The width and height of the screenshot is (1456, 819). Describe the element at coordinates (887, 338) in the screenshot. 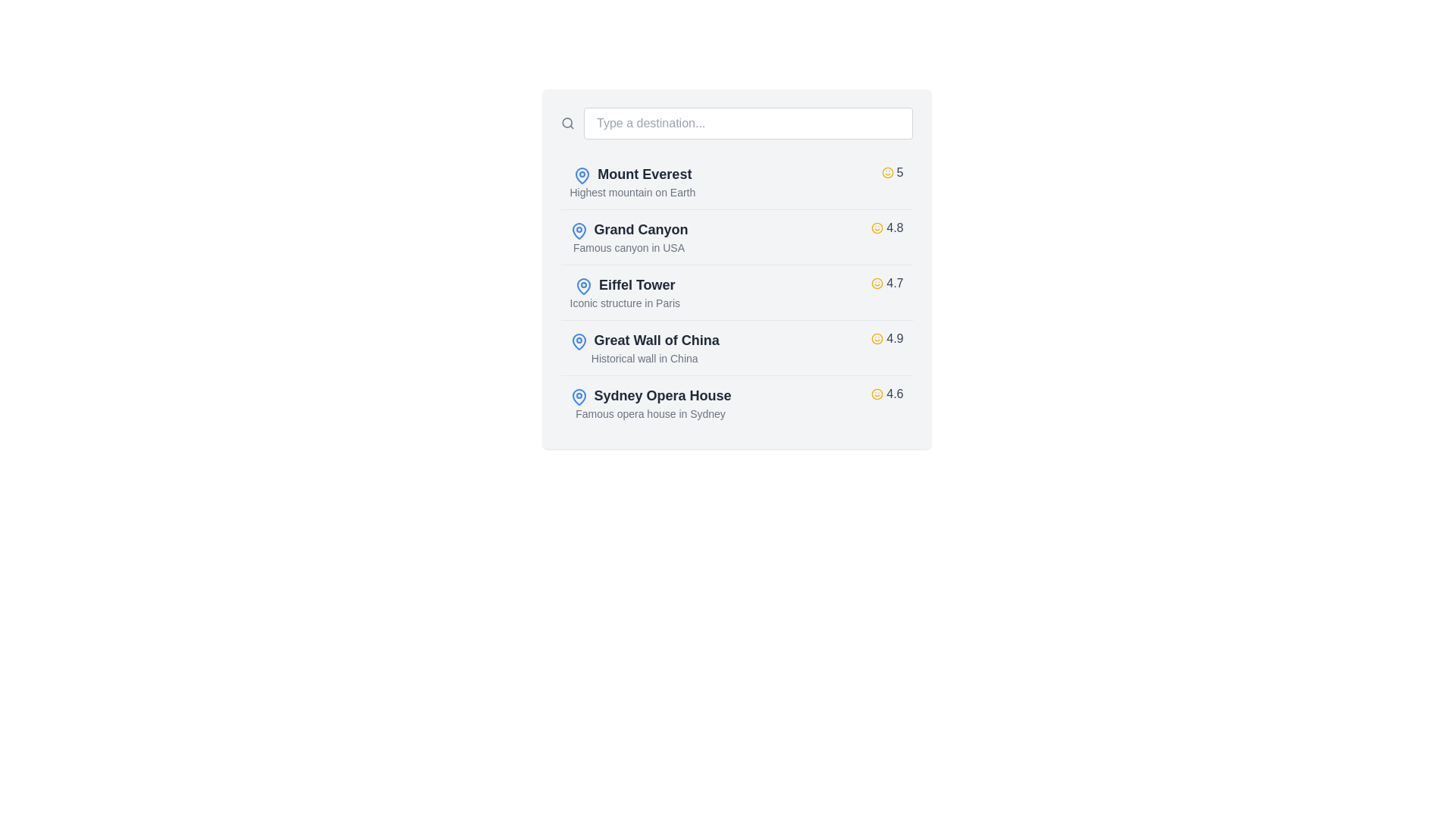

I see `the Rating display element which consists of a yellow smiley icon followed by the text '4.9', indicating a high rating for 'Great Wall of China'` at that location.